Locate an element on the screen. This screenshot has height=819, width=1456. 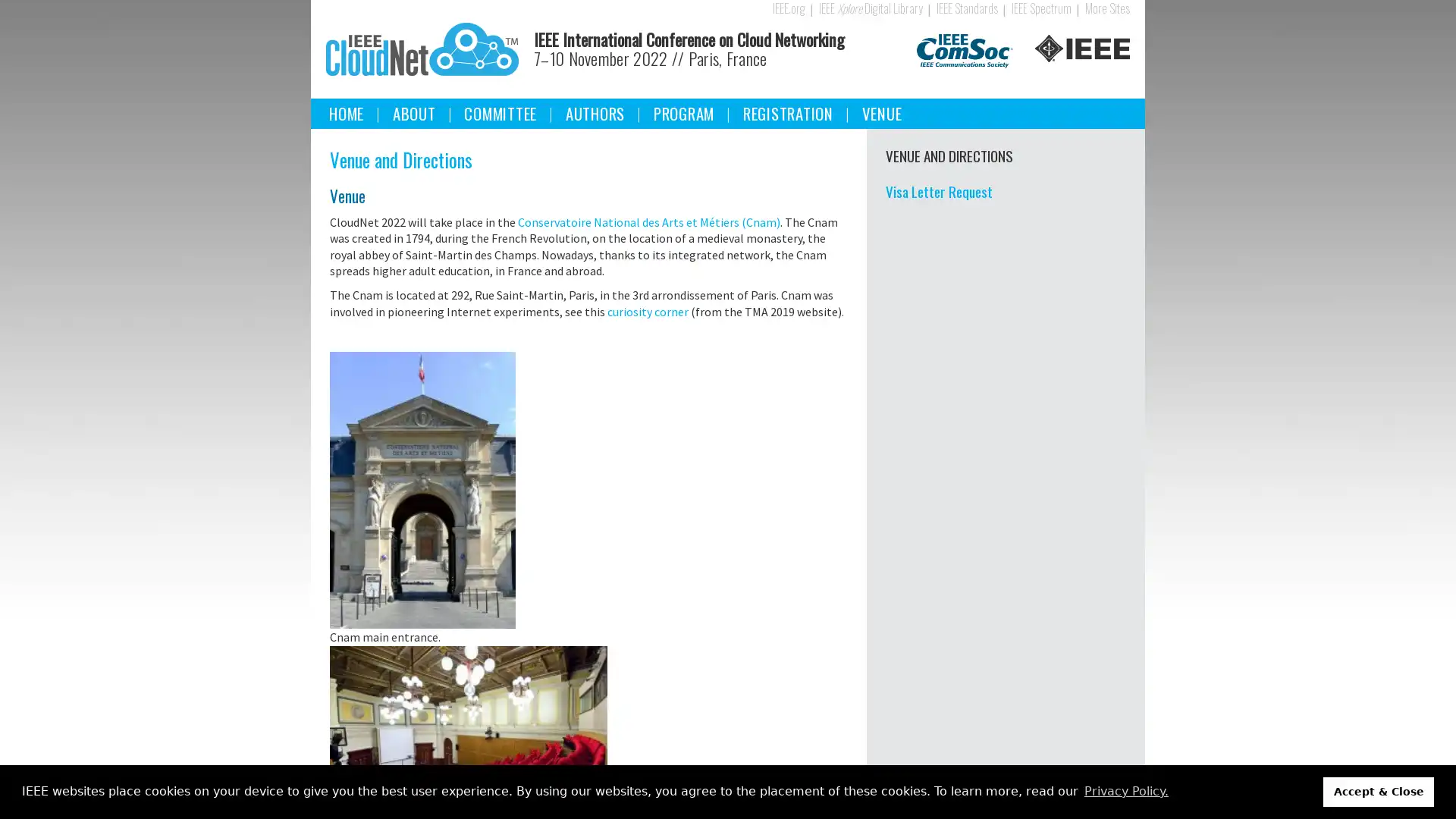
learn more about cookies is located at coordinates (1125, 791).